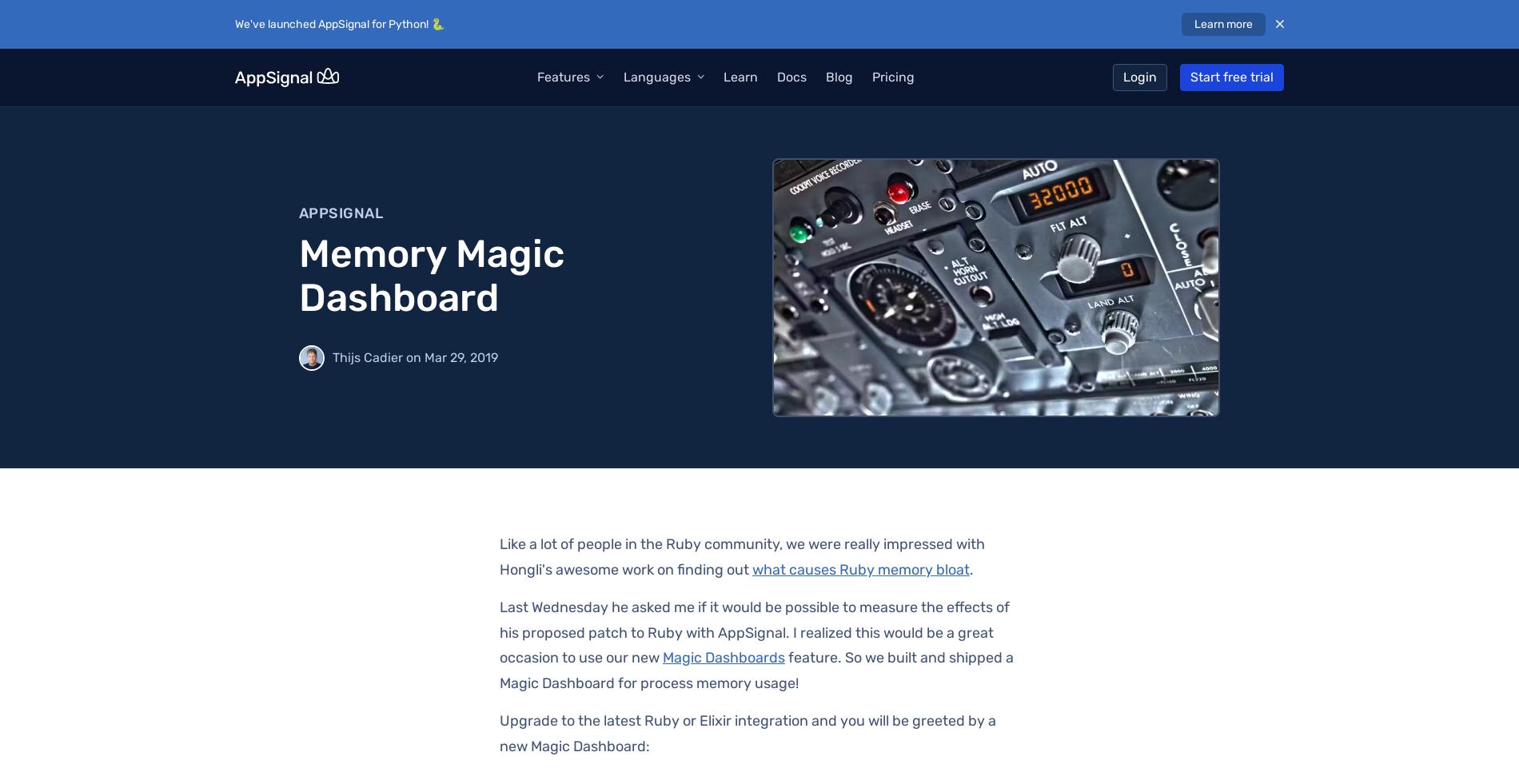 This screenshot has width=1519, height=784. I want to click on 'appsignal', so click(340, 212).